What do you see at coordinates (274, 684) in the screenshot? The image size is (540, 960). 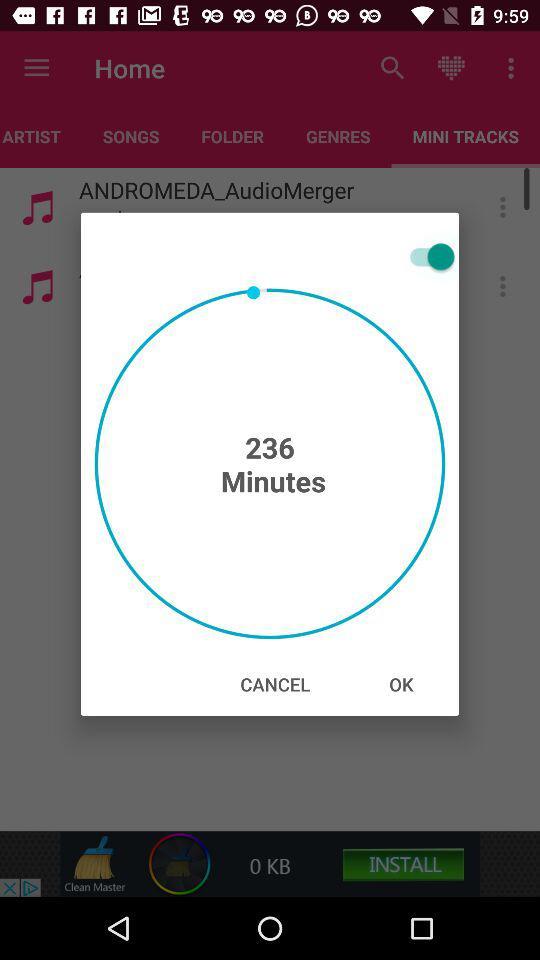 I see `cancel` at bounding box center [274, 684].